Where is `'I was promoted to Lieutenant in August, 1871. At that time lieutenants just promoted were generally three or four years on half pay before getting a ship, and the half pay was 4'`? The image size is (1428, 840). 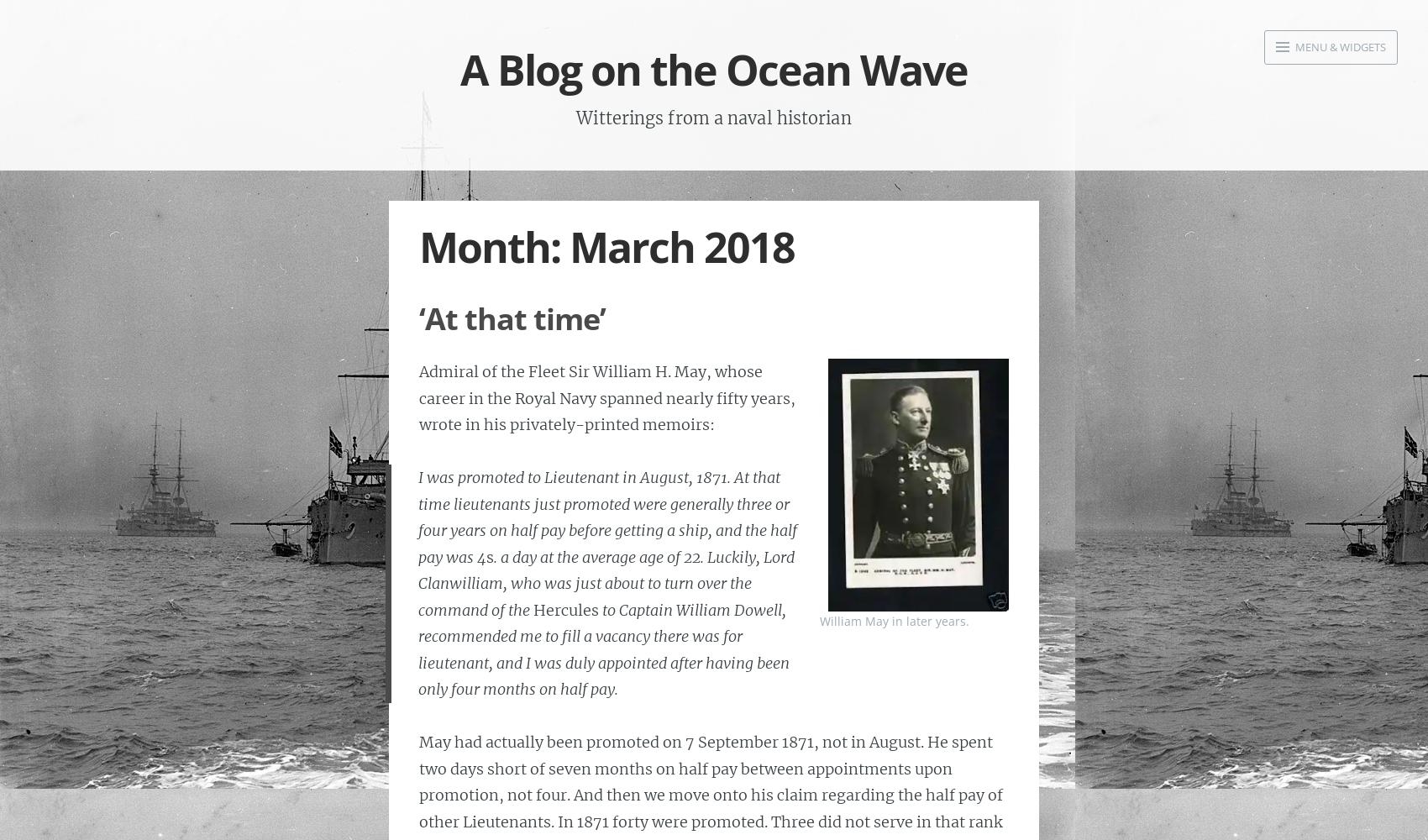
'I was promoted to Lieutenant in August, 1871. At that time lieutenants just promoted were generally three or four years on half pay before getting a ship, and the half pay was 4' is located at coordinates (606, 516).